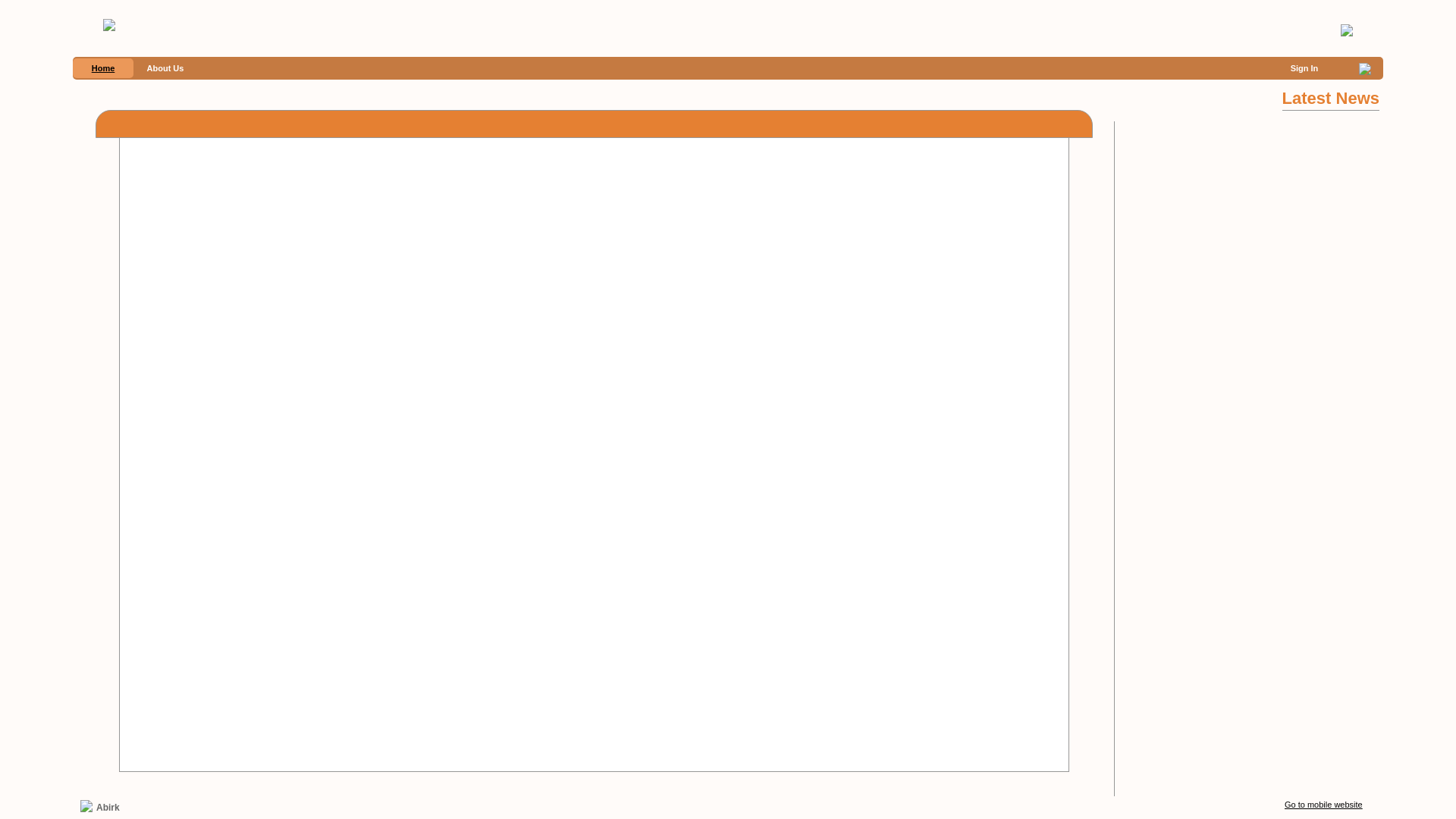 This screenshot has height=819, width=1456. Describe the element at coordinates (102, 67) in the screenshot. I see `'Home'` at that location.